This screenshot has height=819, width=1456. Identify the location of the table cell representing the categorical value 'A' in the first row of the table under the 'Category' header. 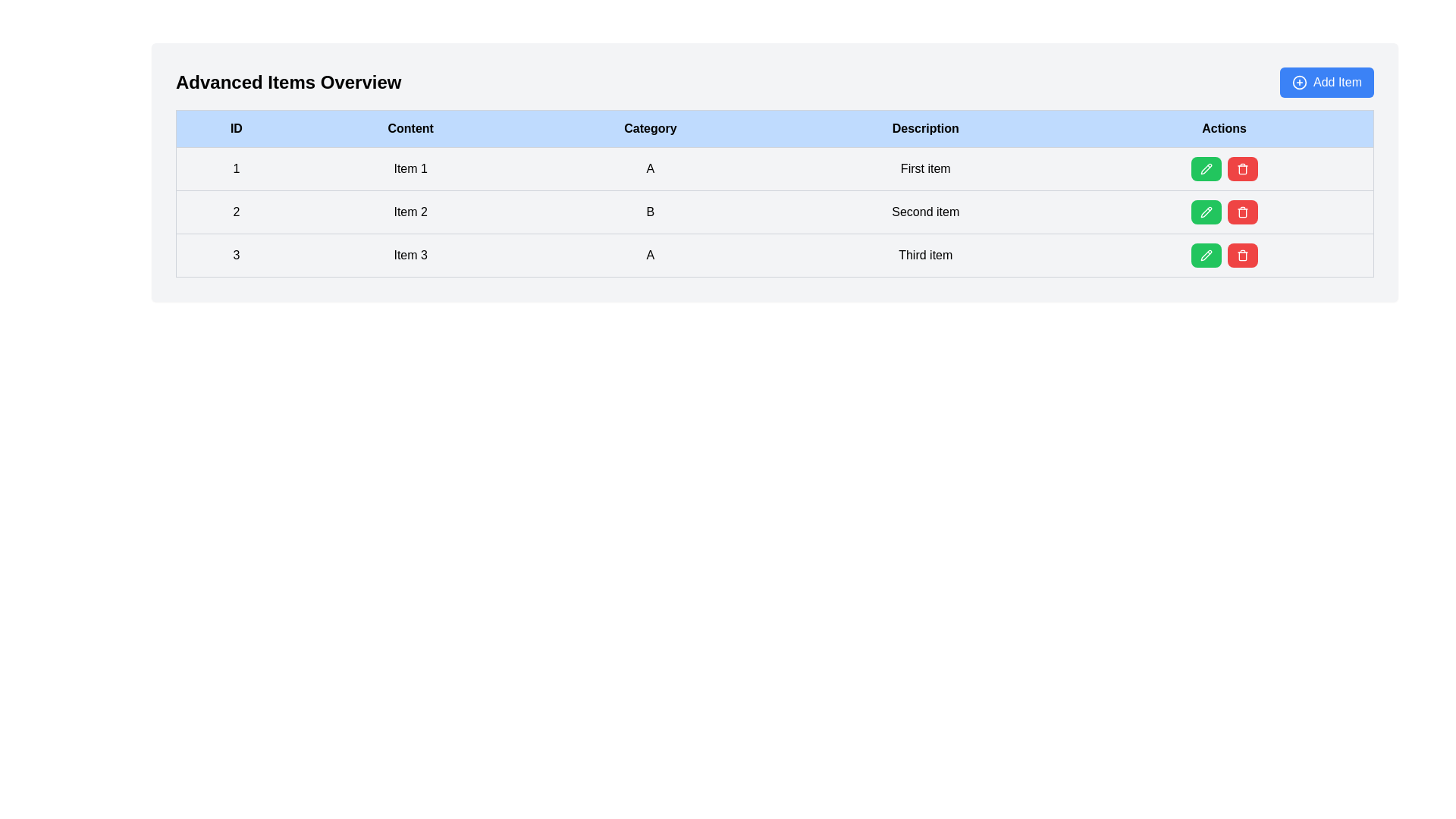
(650, 169).